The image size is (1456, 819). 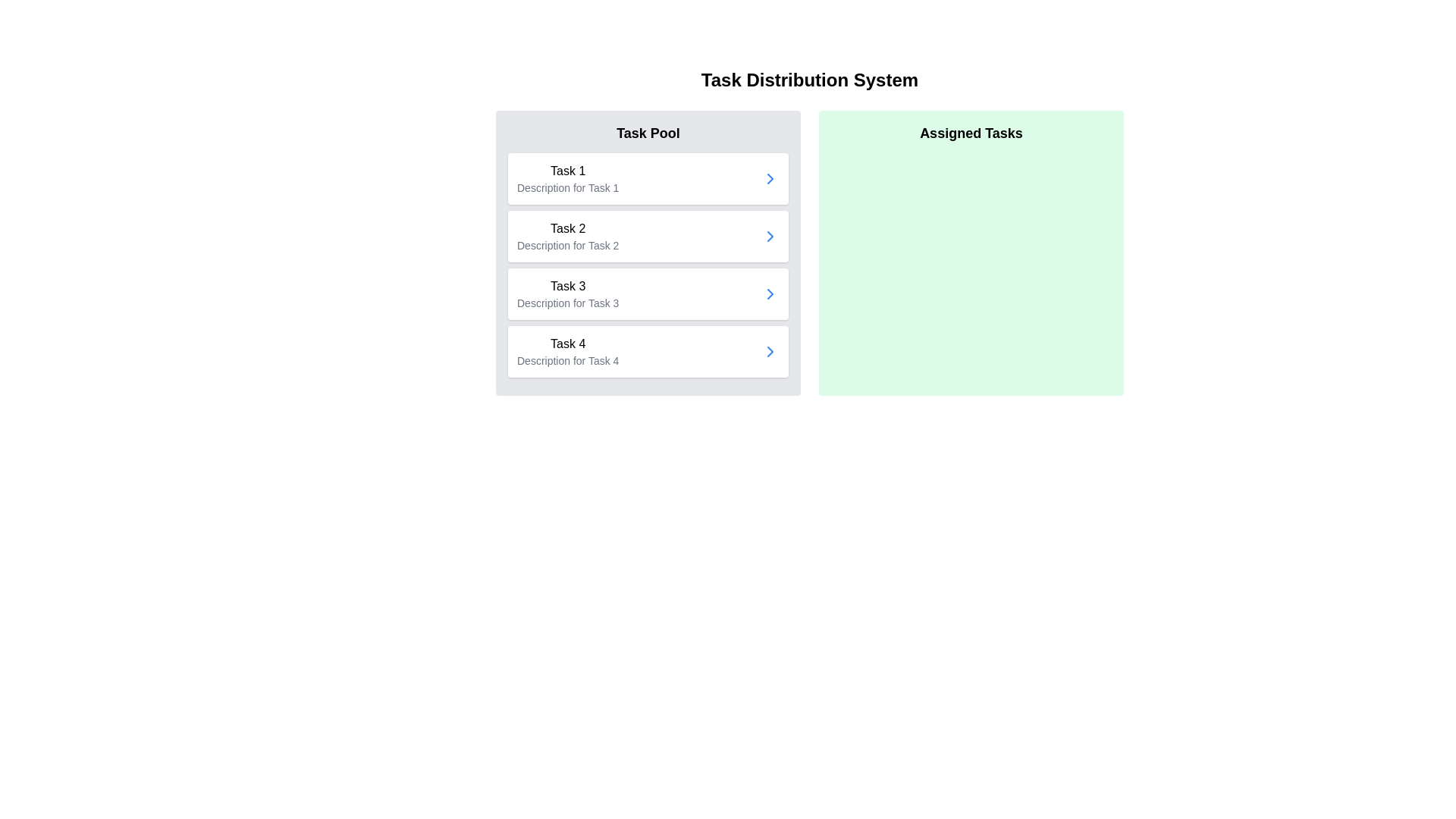 What do you see at coordinates (770, 294) in the screenshot?
I see `the third chevron icon in the 'Task Pool' list associated with the 'Task 3' card` at bounding box center [770, 294].